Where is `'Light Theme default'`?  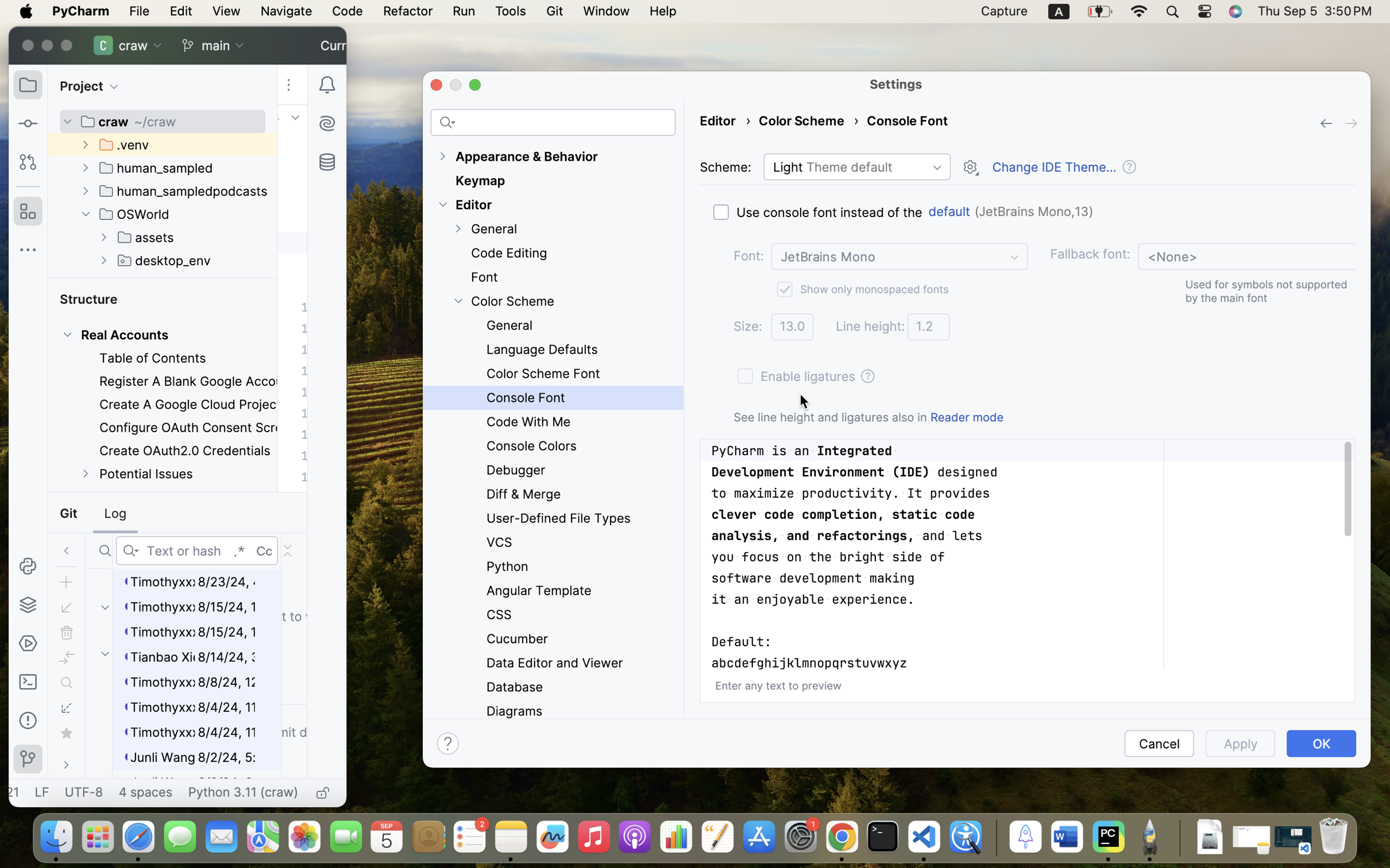 'Light Theme default' is located at coordinates (856, 166).